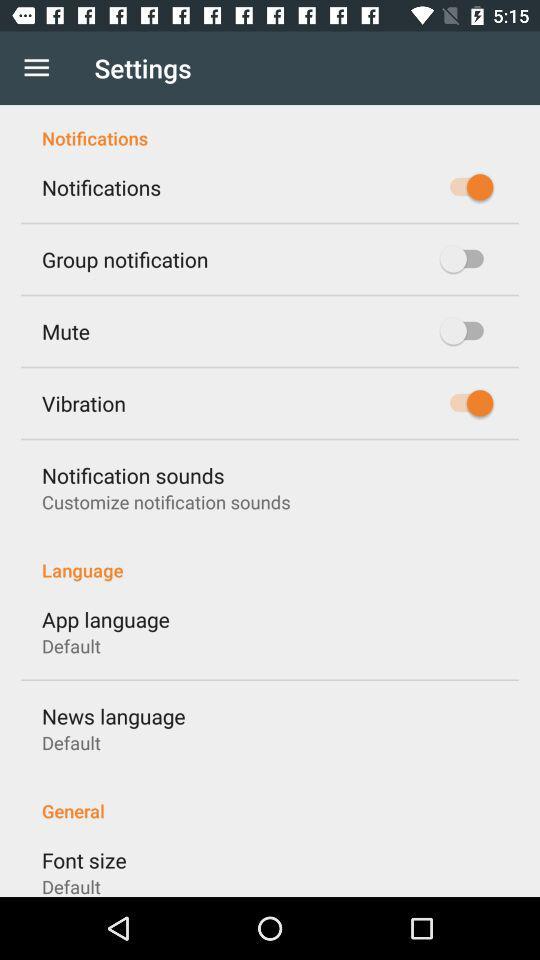 This screenshot has width=540, height=960. Describe the element at coordinates (125, 258) in the screenshot. I see `the group notification item` at that location.